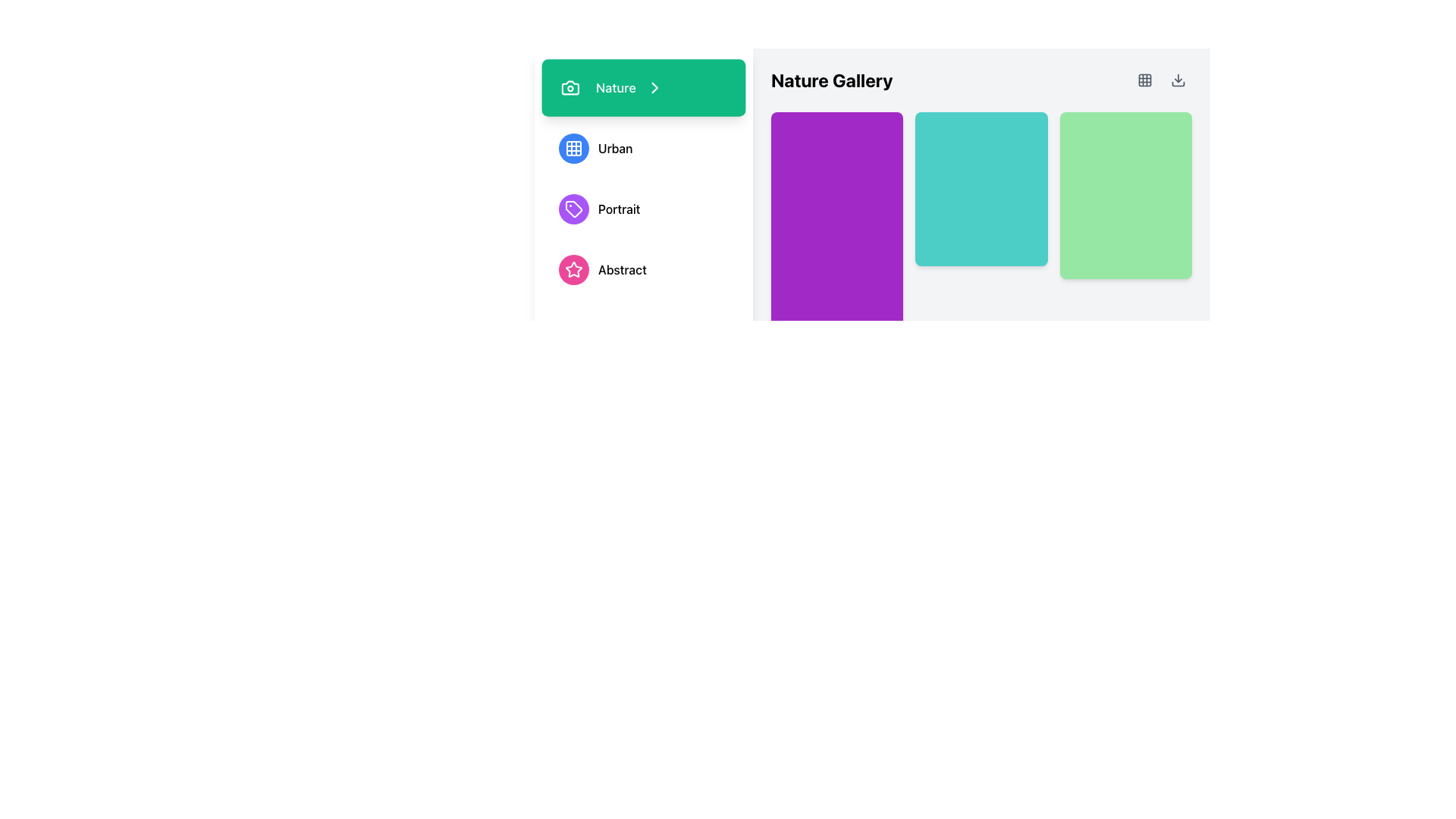 This screenshot has width=1456, height=819. Describe the element at coordinates (1178, 80) in the screenshot. I see `the gray outline download icon button located at the top-right corner of the gallery content area to initiate the download` at that location.